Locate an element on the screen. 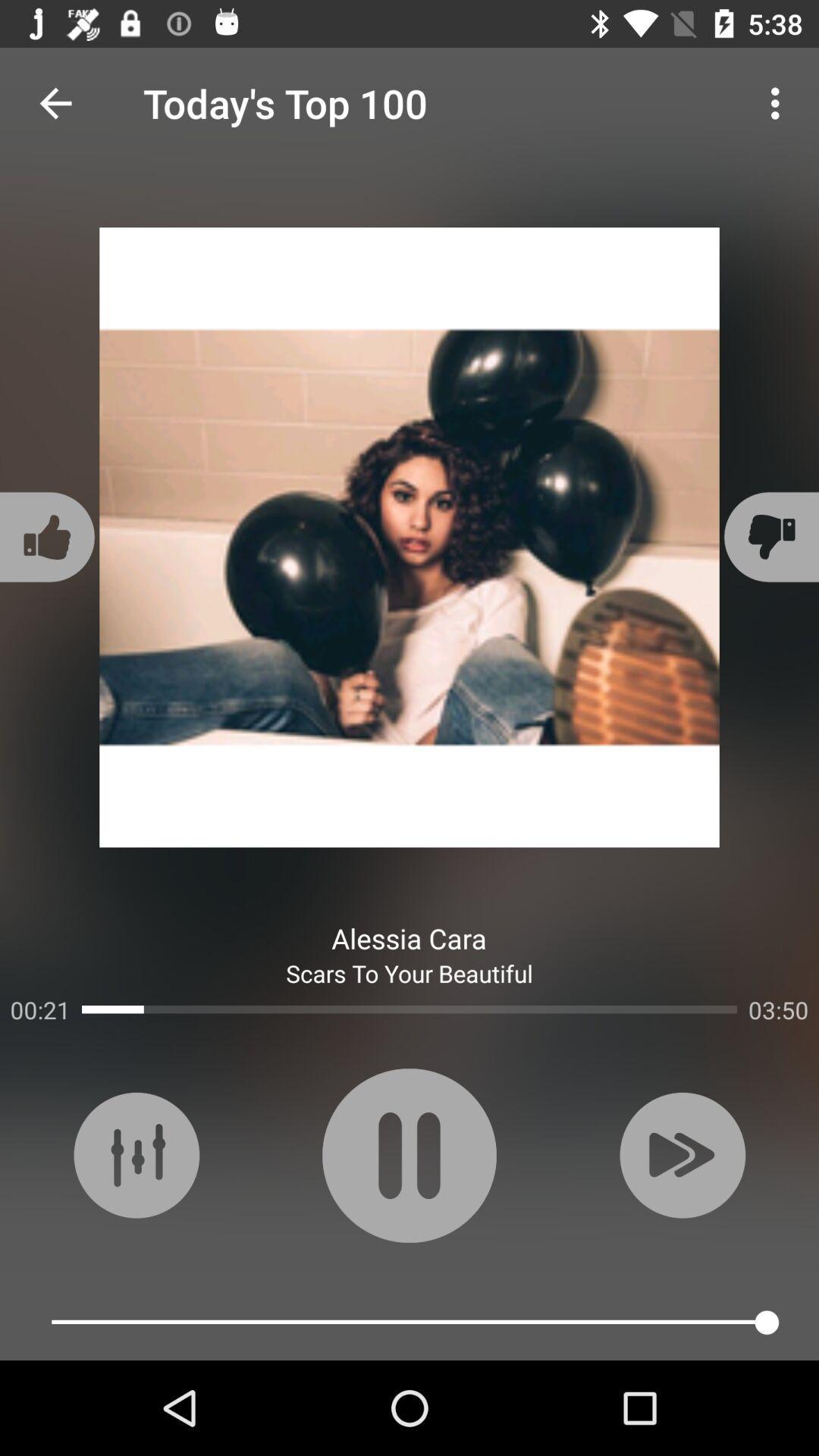 Image resolution: width=819 pixels, height=1456 pixels. the thumbs_up icon is located at coordinates (49, 537).